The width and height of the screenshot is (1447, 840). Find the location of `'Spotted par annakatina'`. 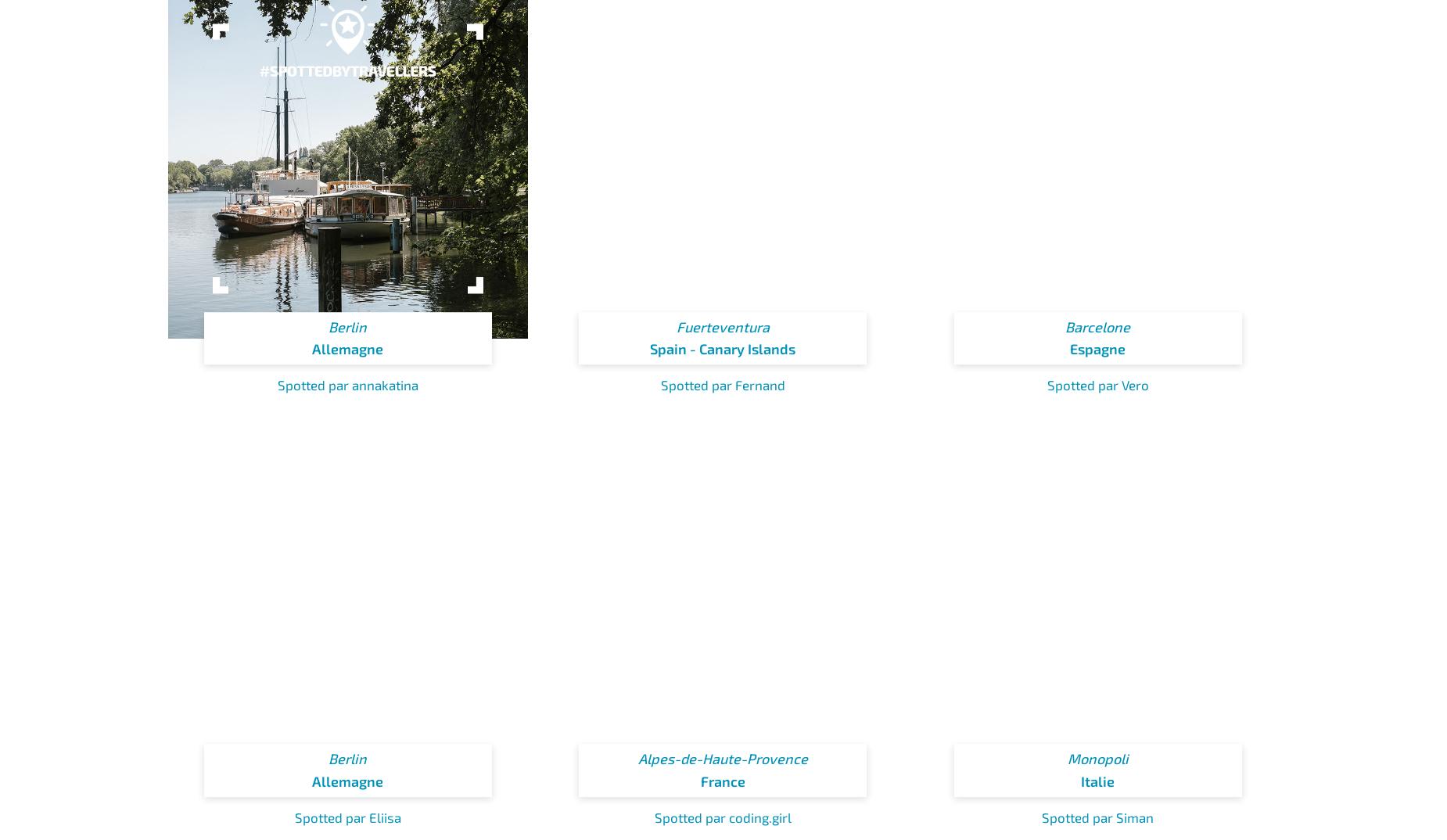

'Spotted par annakatina' is located at coordinates (346, 384).